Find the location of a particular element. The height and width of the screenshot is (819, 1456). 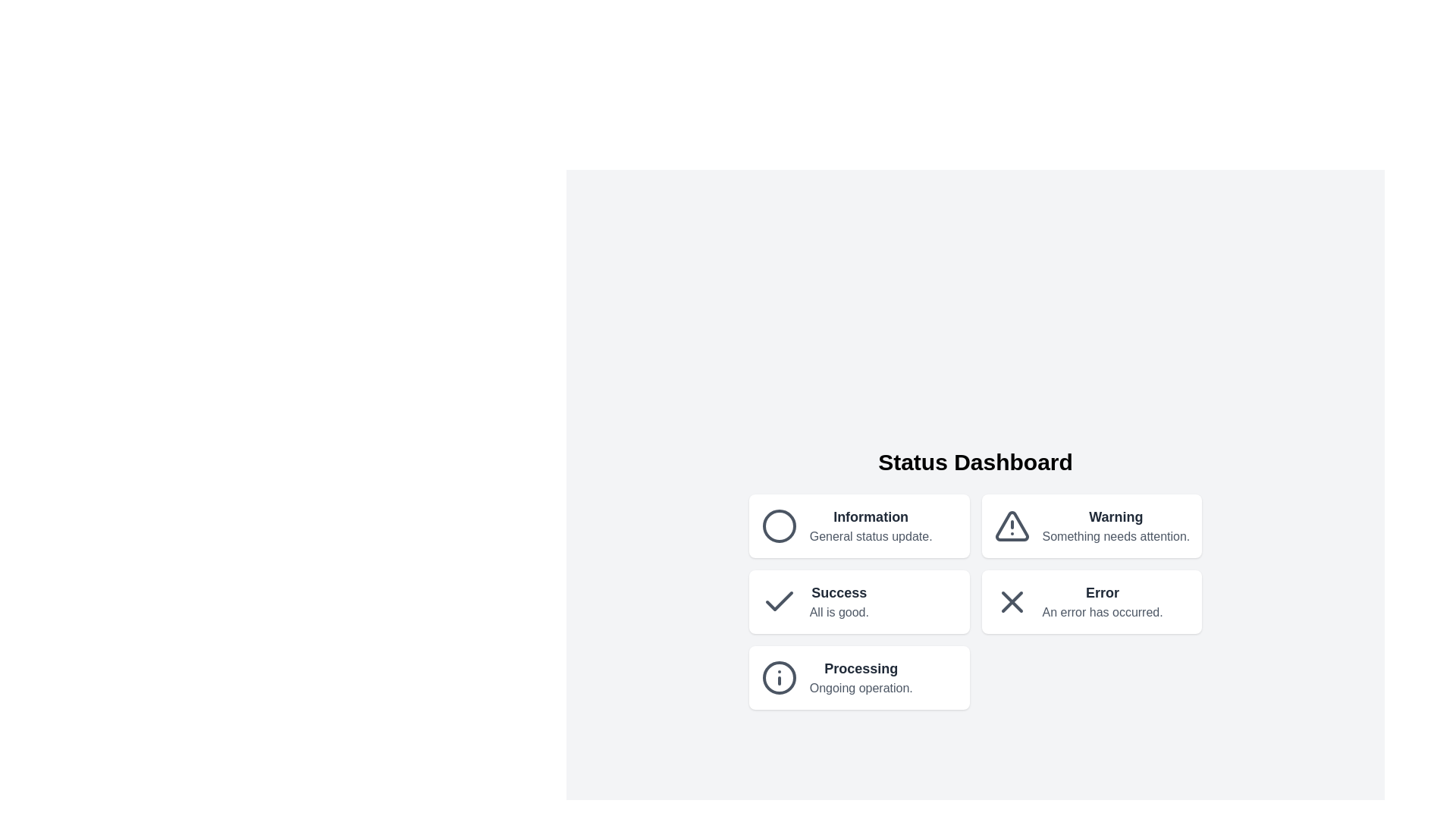

the text label that reads 'All is good.' within the 'Success' card in the dashboard is located at coordinates (838, 611).